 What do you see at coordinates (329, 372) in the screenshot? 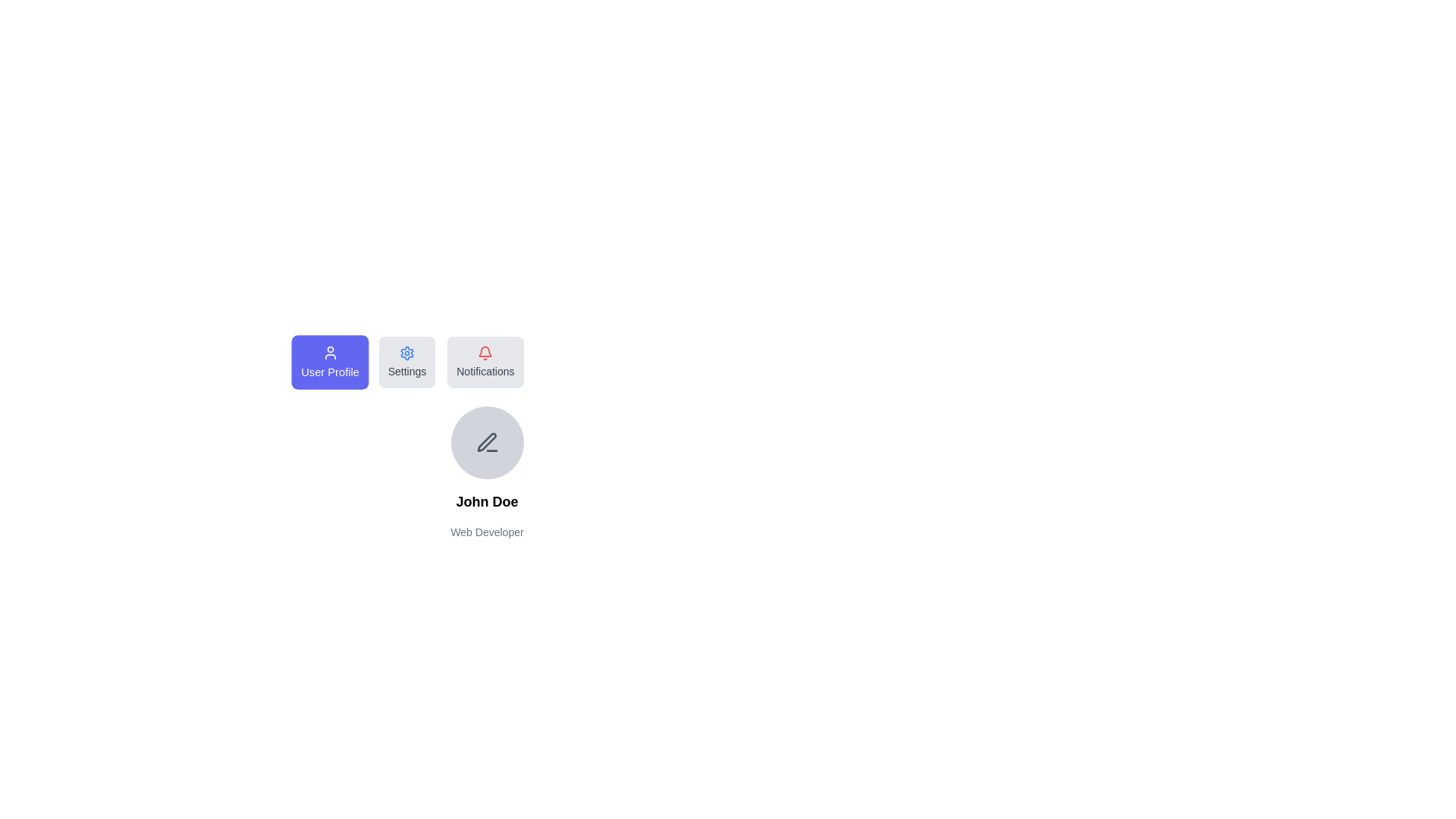
I see `the 'User Profile' text label, which serves as the identifier for the profile button located in the upper-central area of the interface` at bounding box center [329, 372].